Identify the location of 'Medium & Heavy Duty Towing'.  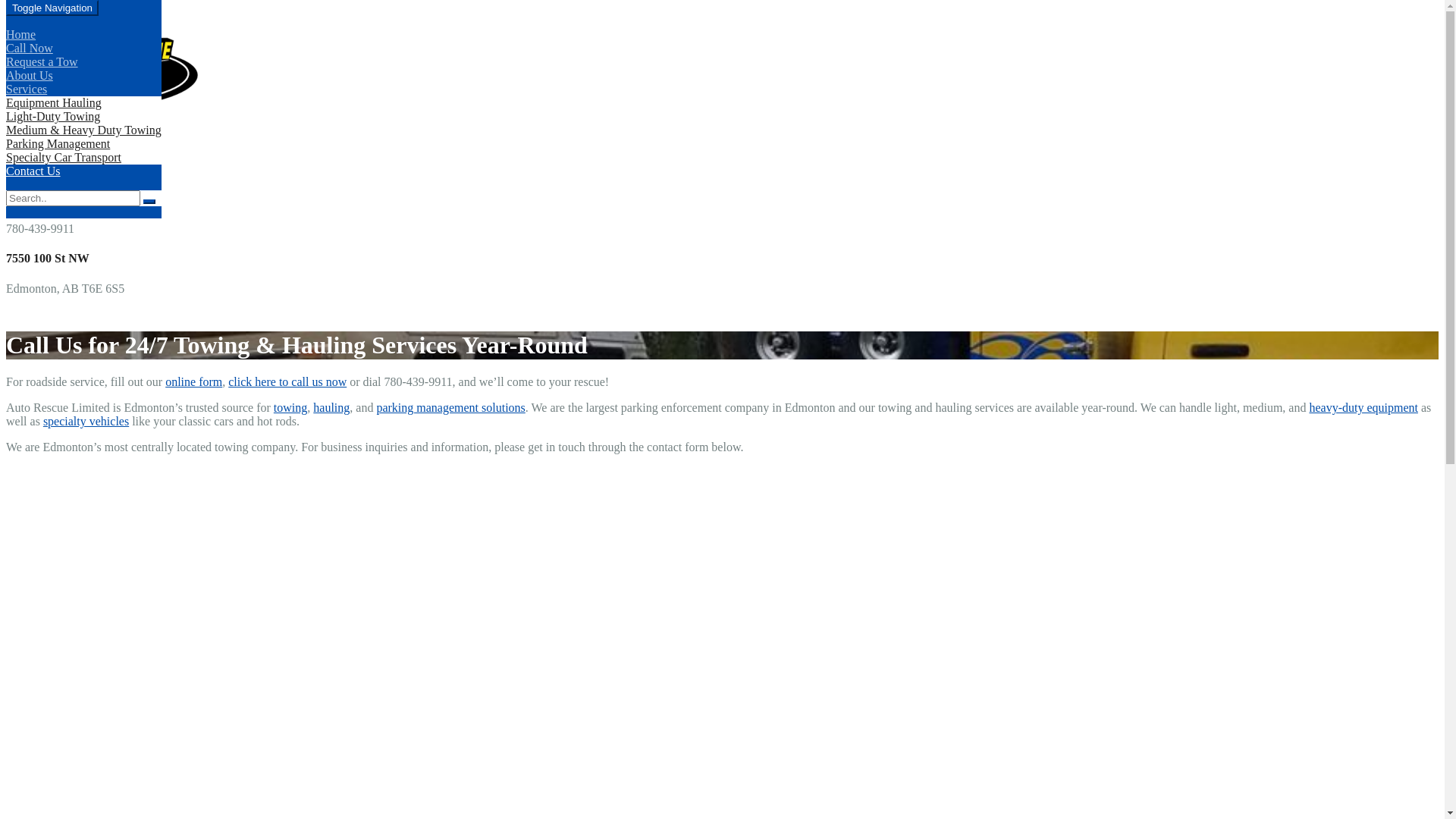
(6, 129).